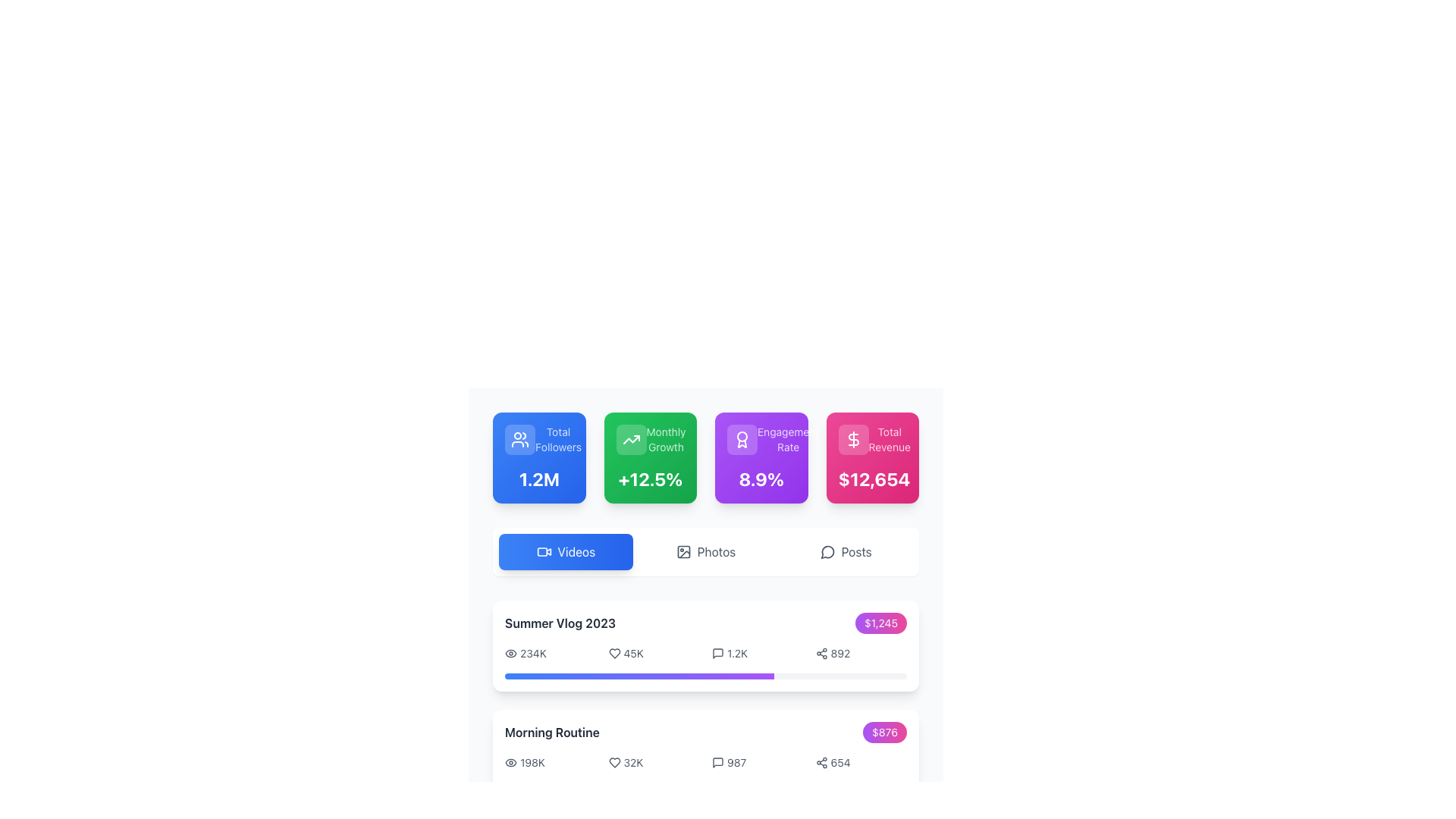  What do you see at coordinates (542, 552) in the screenshot?
I see `the blue rounded rectangle icon graphic that is centrally positioned` at bounding box center [542, 552].